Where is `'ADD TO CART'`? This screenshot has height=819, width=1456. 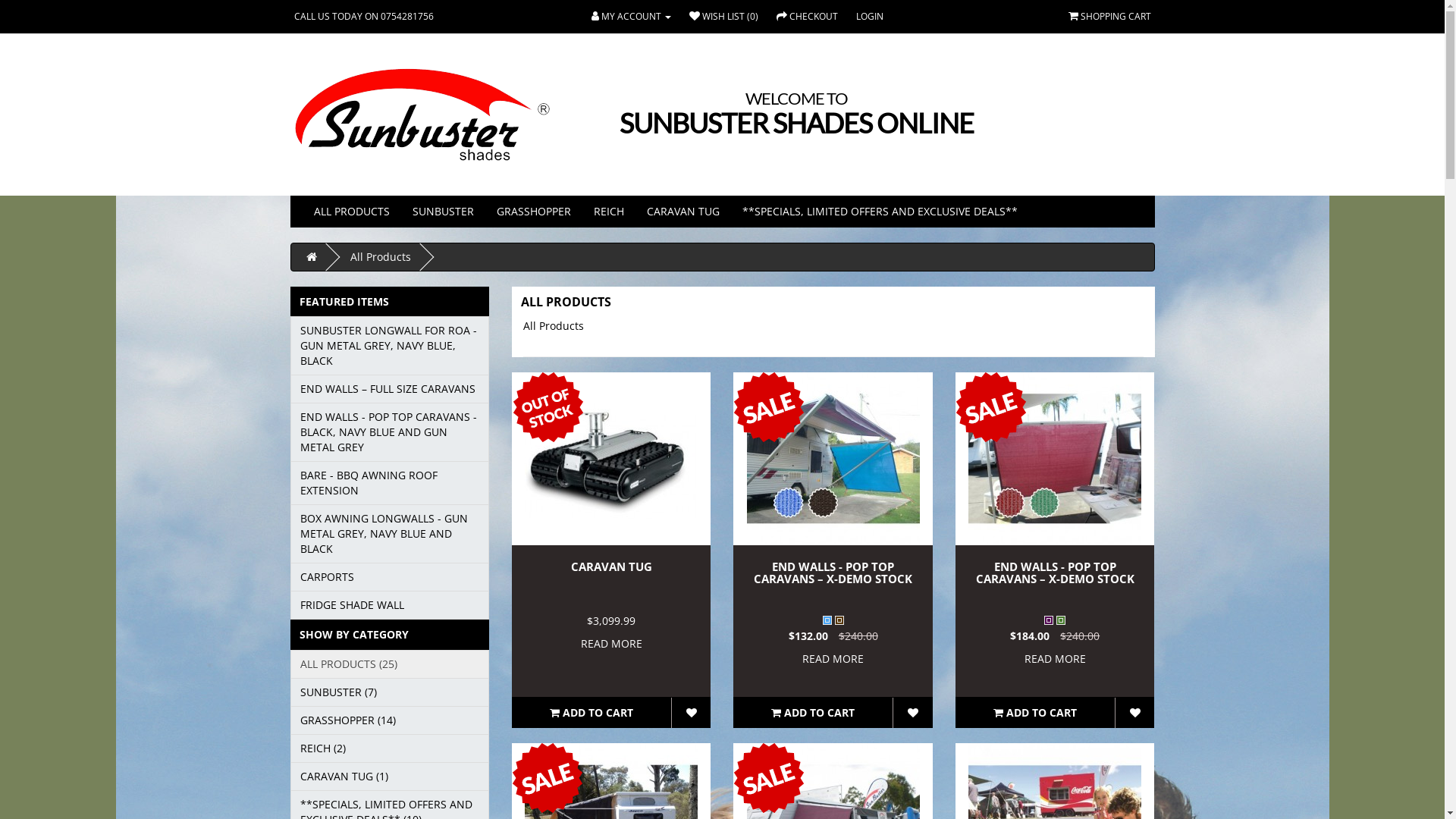 'ADD TO CART' is located at coordinates (1034, 713).